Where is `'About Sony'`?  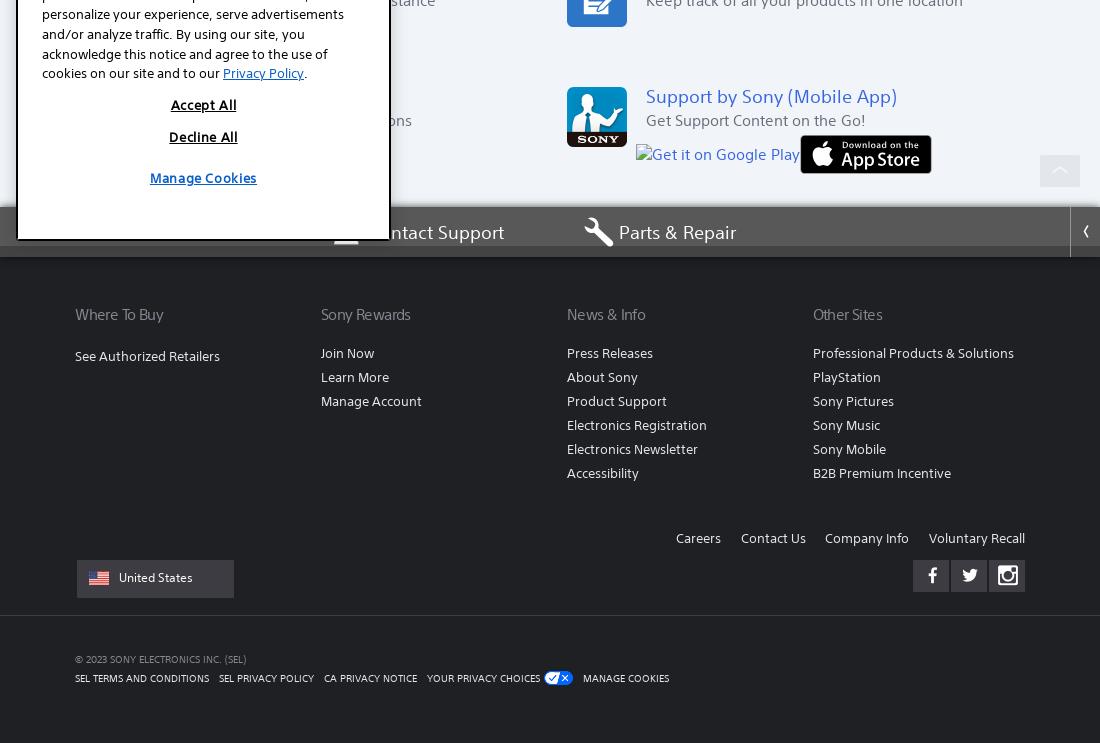
'About Sony' is located at coordinates (600, 376).